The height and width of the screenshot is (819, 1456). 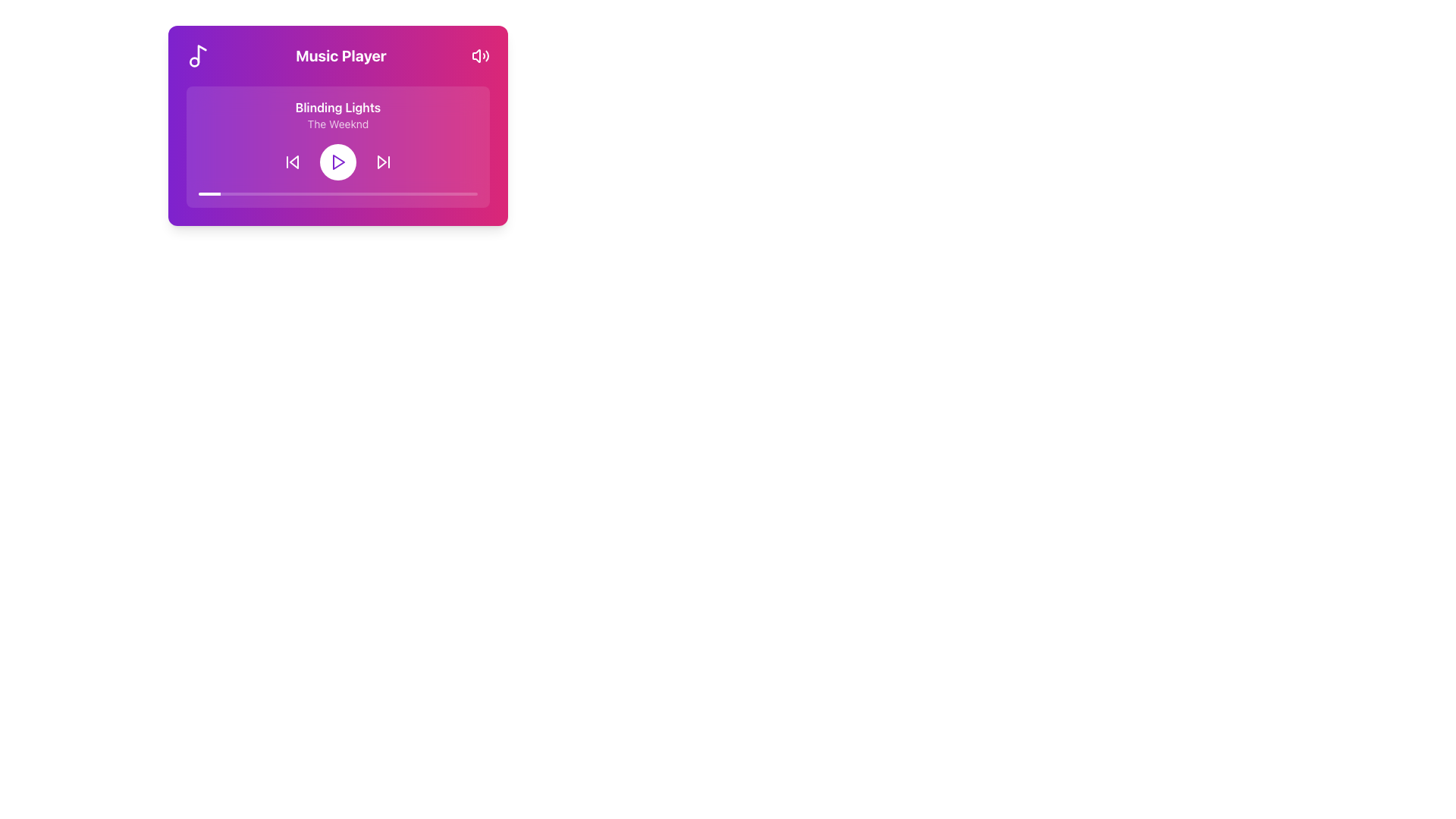 What do you see at coordinates (383, 162) in the screenshot?
I see `the rightmost button in the row of control buttons in the music player interface to skip forward to the next track` at bounding box center [383, 162].